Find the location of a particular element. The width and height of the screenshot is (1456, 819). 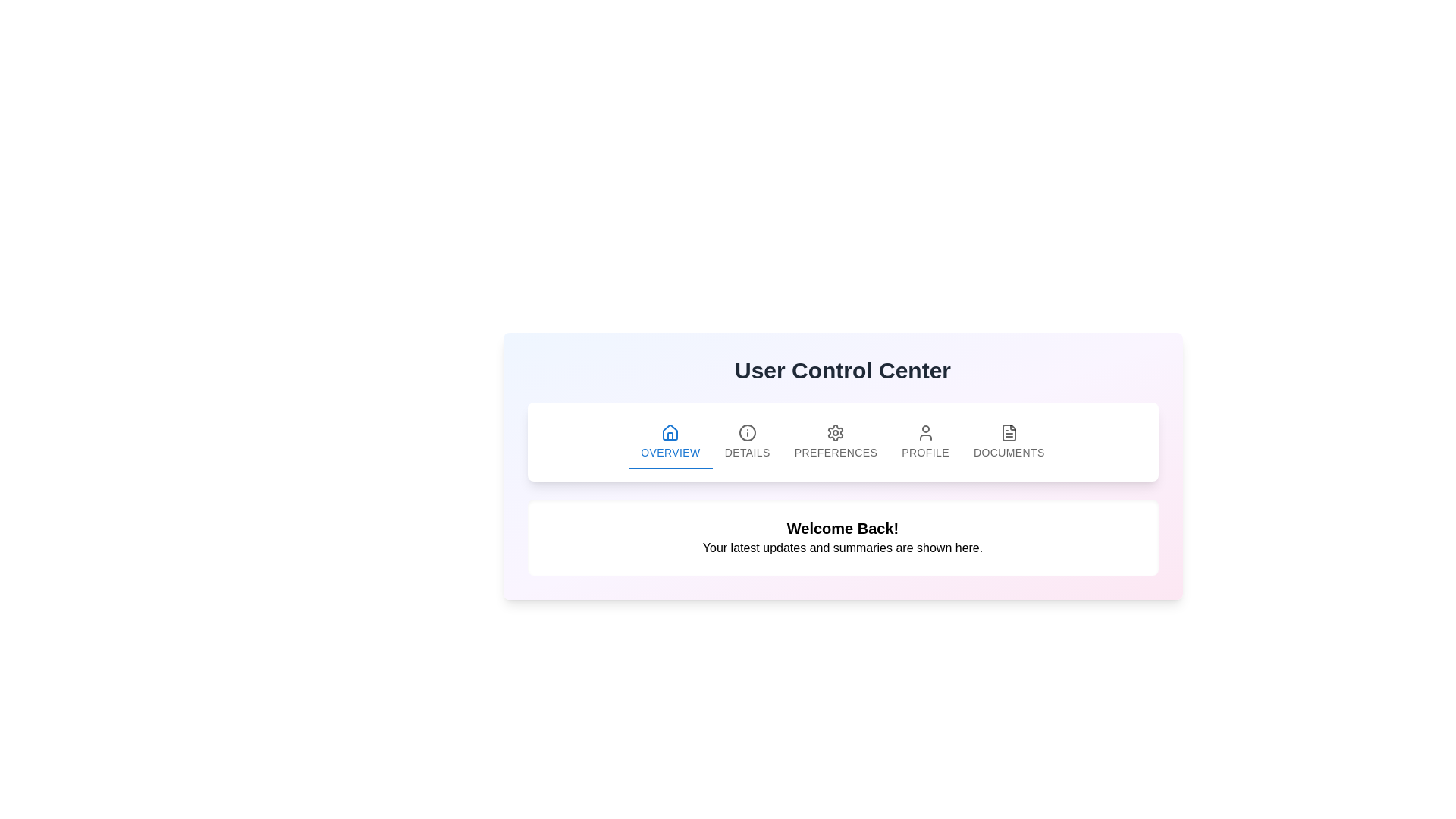

the 'Profile' tab icon, which visually represents the 'Profile' section and is located above the 'PROFILE' label in the navigation bar is located at coordinates (924, 433).